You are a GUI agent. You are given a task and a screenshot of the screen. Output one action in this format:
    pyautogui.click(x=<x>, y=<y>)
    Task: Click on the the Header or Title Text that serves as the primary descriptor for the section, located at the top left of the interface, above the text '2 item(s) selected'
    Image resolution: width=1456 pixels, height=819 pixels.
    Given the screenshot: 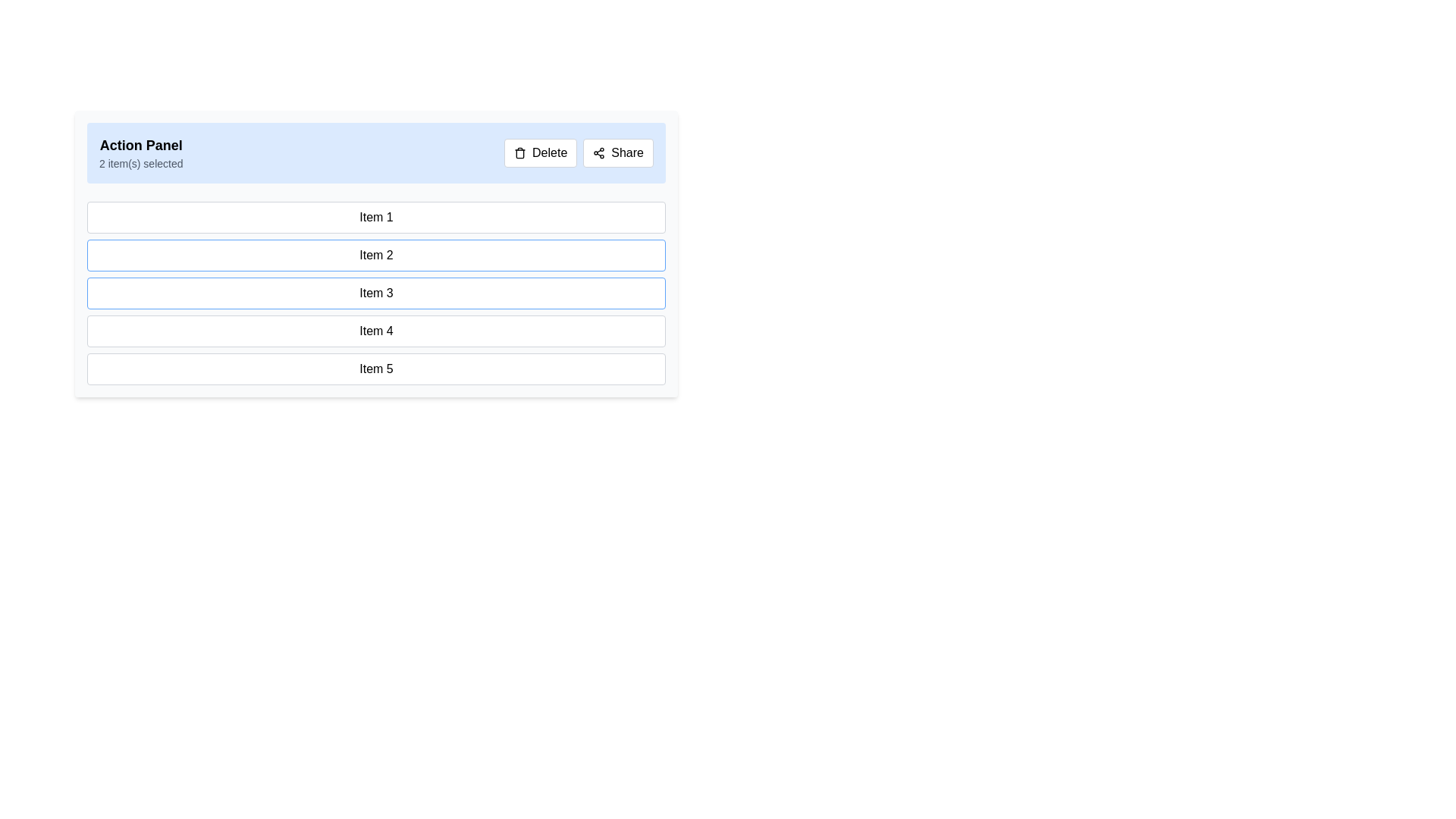 What is the action you would take?
    pyautogui.click(x=141, y=146)
    